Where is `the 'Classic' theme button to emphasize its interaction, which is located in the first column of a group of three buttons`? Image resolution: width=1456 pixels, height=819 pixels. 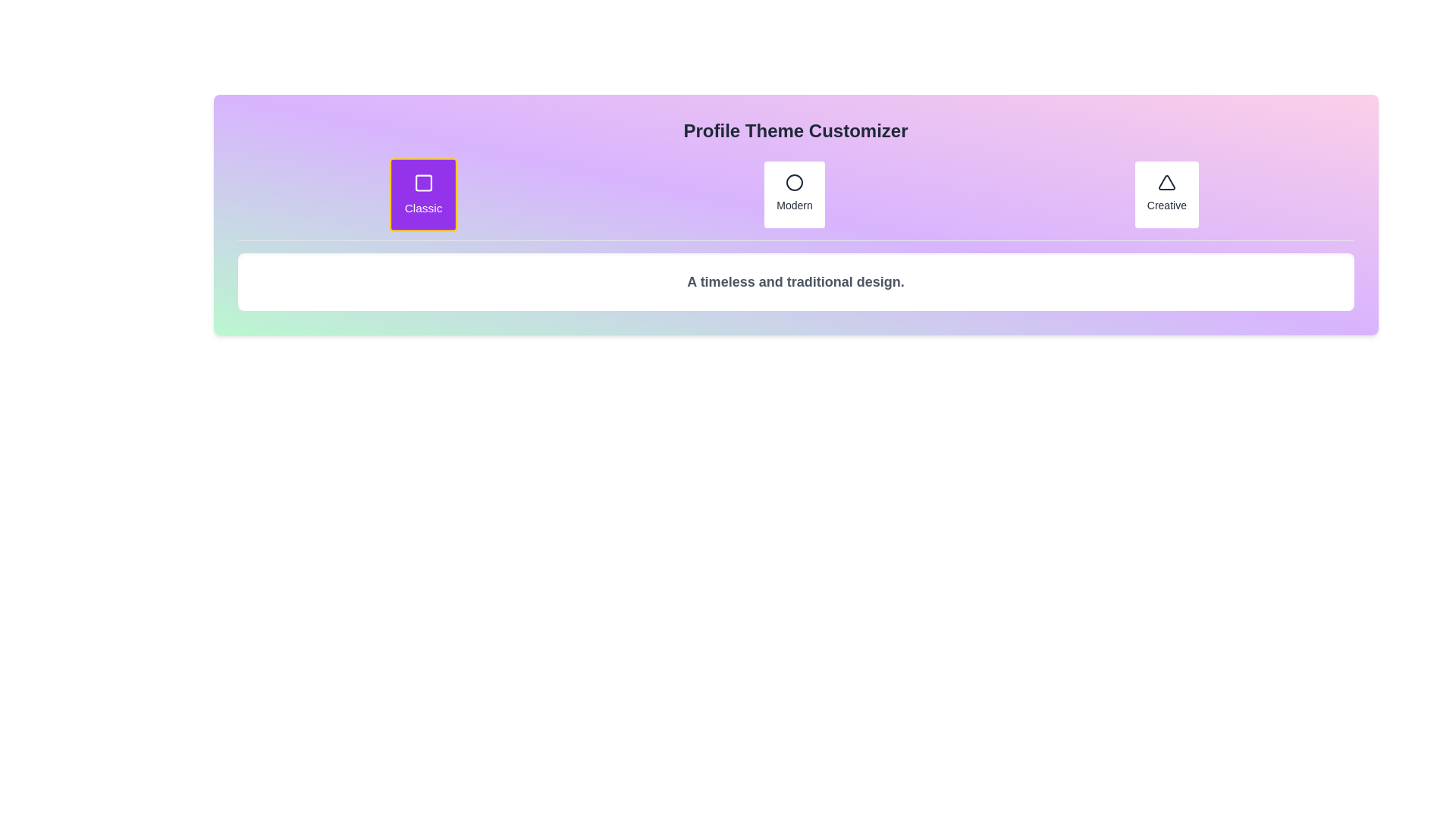 the 'Classic' theme button to emphasize its interaction, which is located in the first column of a group of three buttons is located at coordinates (423, 194).